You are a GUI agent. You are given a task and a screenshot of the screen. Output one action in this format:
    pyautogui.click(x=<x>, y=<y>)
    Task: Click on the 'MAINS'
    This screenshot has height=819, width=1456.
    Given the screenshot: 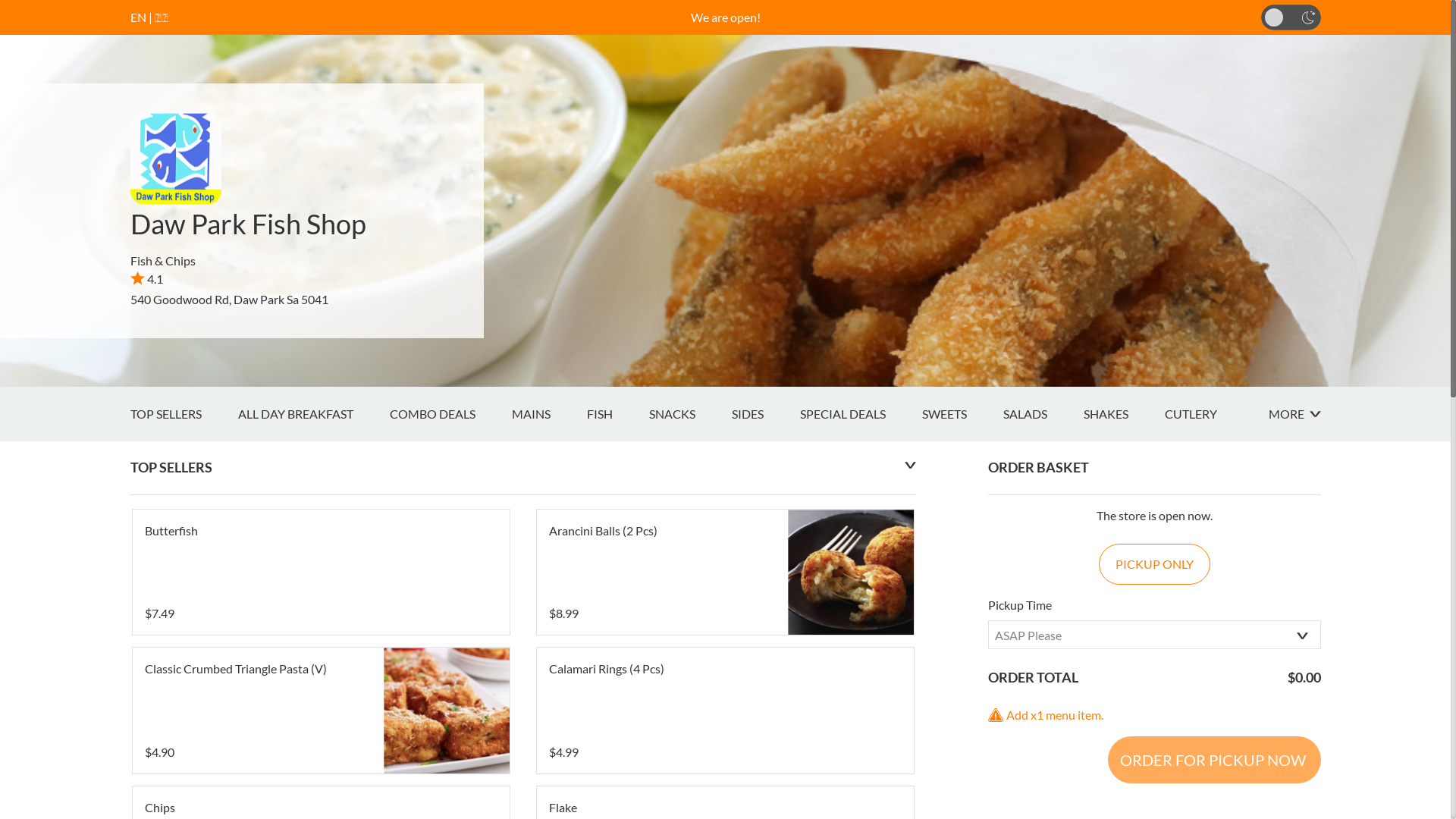 What is the action you would take?
    pyautogui.click(x=548, y=414)
    